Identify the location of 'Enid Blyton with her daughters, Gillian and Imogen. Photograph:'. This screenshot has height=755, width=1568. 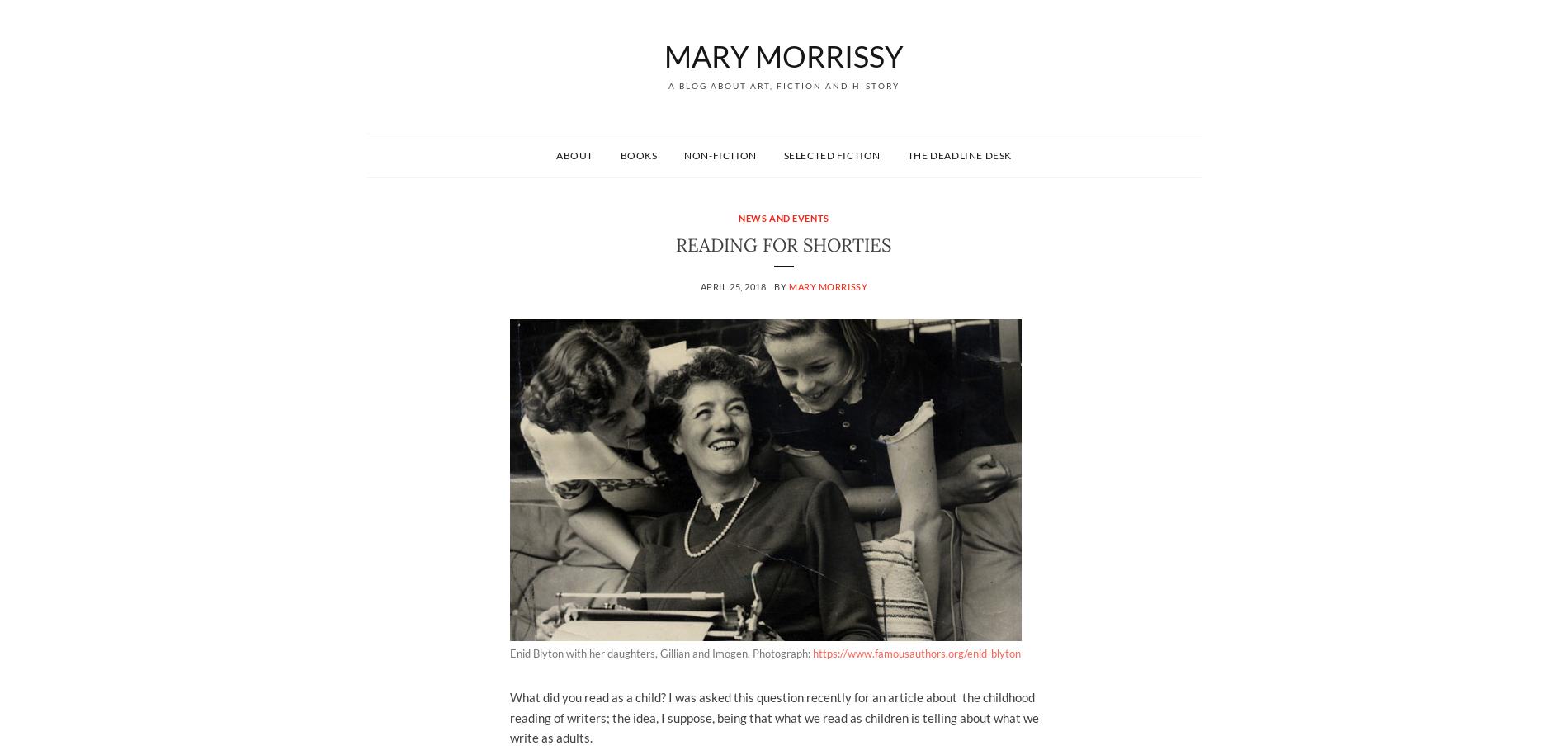
(660, 653).